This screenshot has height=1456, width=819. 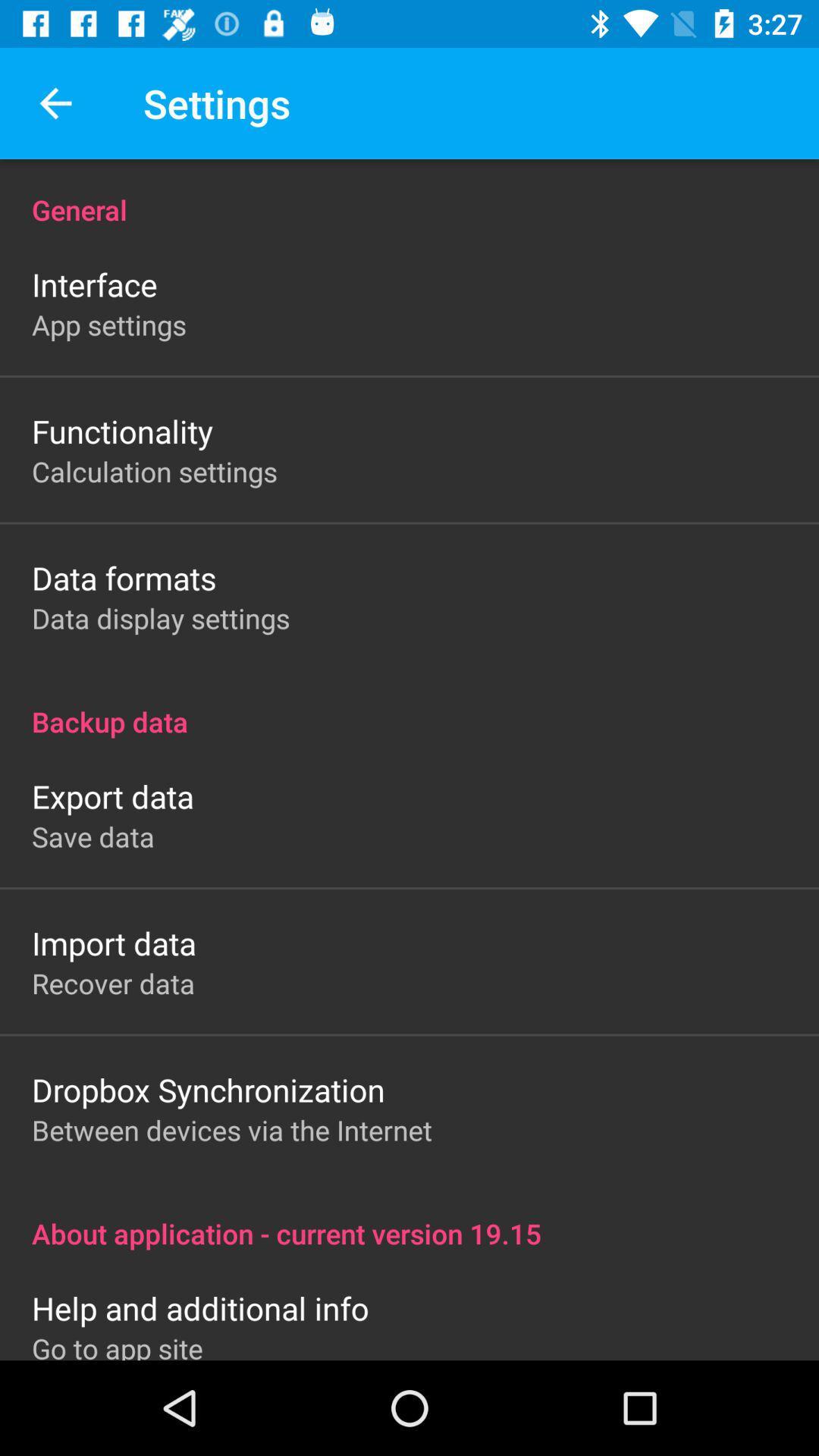 What do you see at coordinates (113, 942) in the screenshot?
I see `icon above recover data icon` at bounding box center [113, 942].